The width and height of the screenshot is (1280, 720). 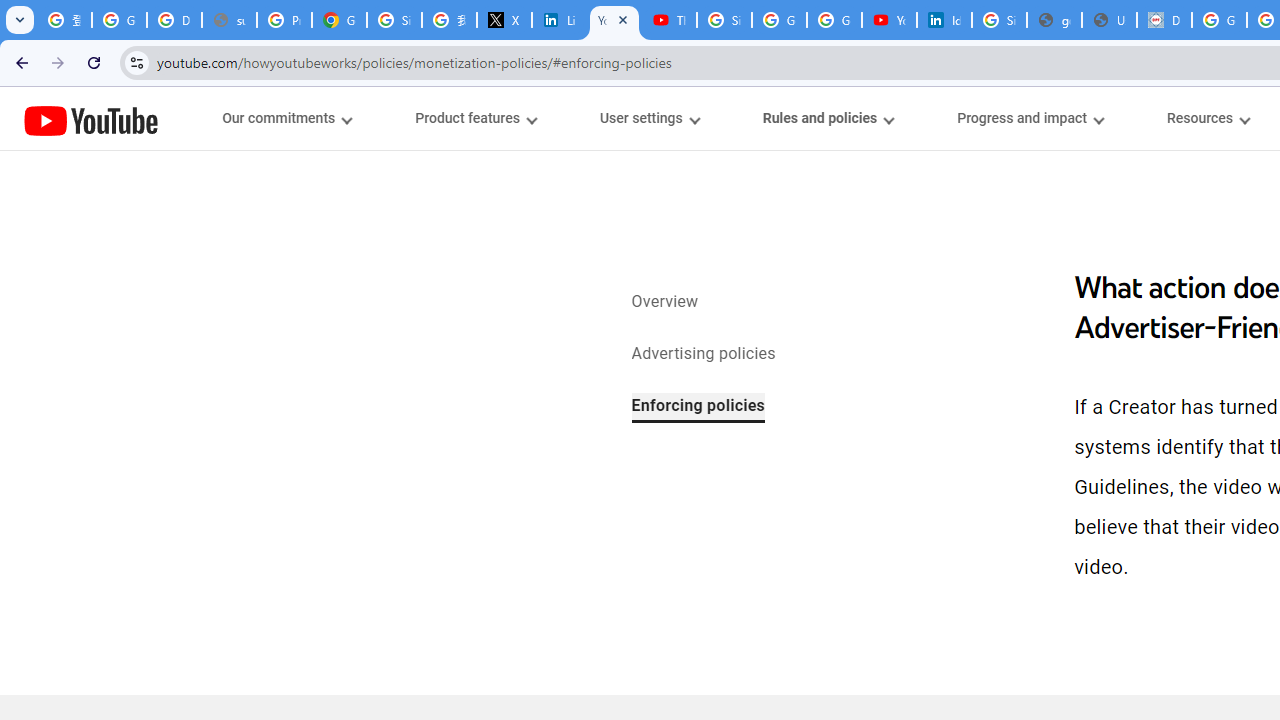 I want to click on 'Data Privacy Framework', so click(x=1164, y=20).